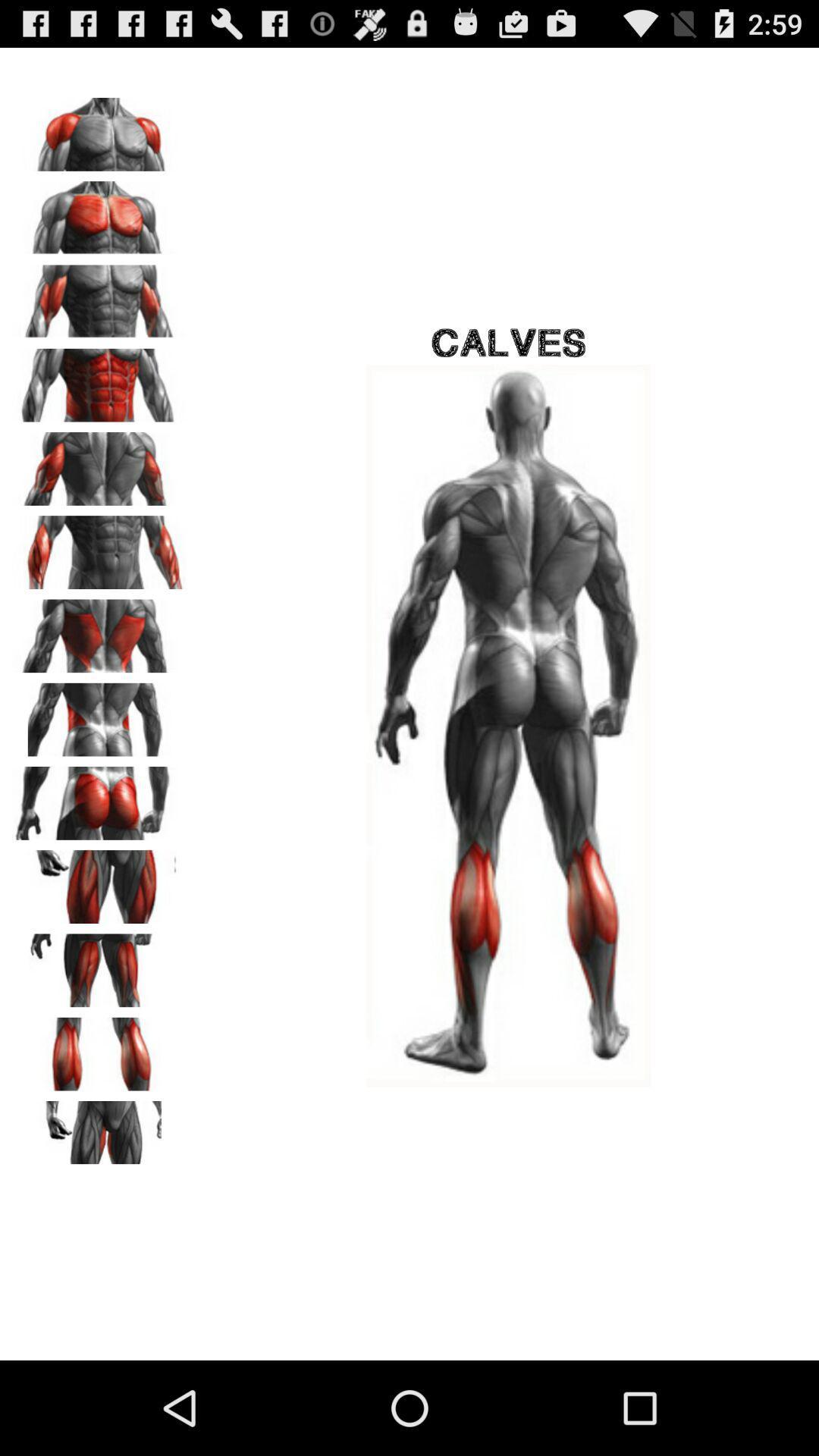 The width and height of the screenshot is (819, 1456). What do you see at coordinates (99, 546) in the screenshot?
I see `body exercise` at bounding box center [99, 546].